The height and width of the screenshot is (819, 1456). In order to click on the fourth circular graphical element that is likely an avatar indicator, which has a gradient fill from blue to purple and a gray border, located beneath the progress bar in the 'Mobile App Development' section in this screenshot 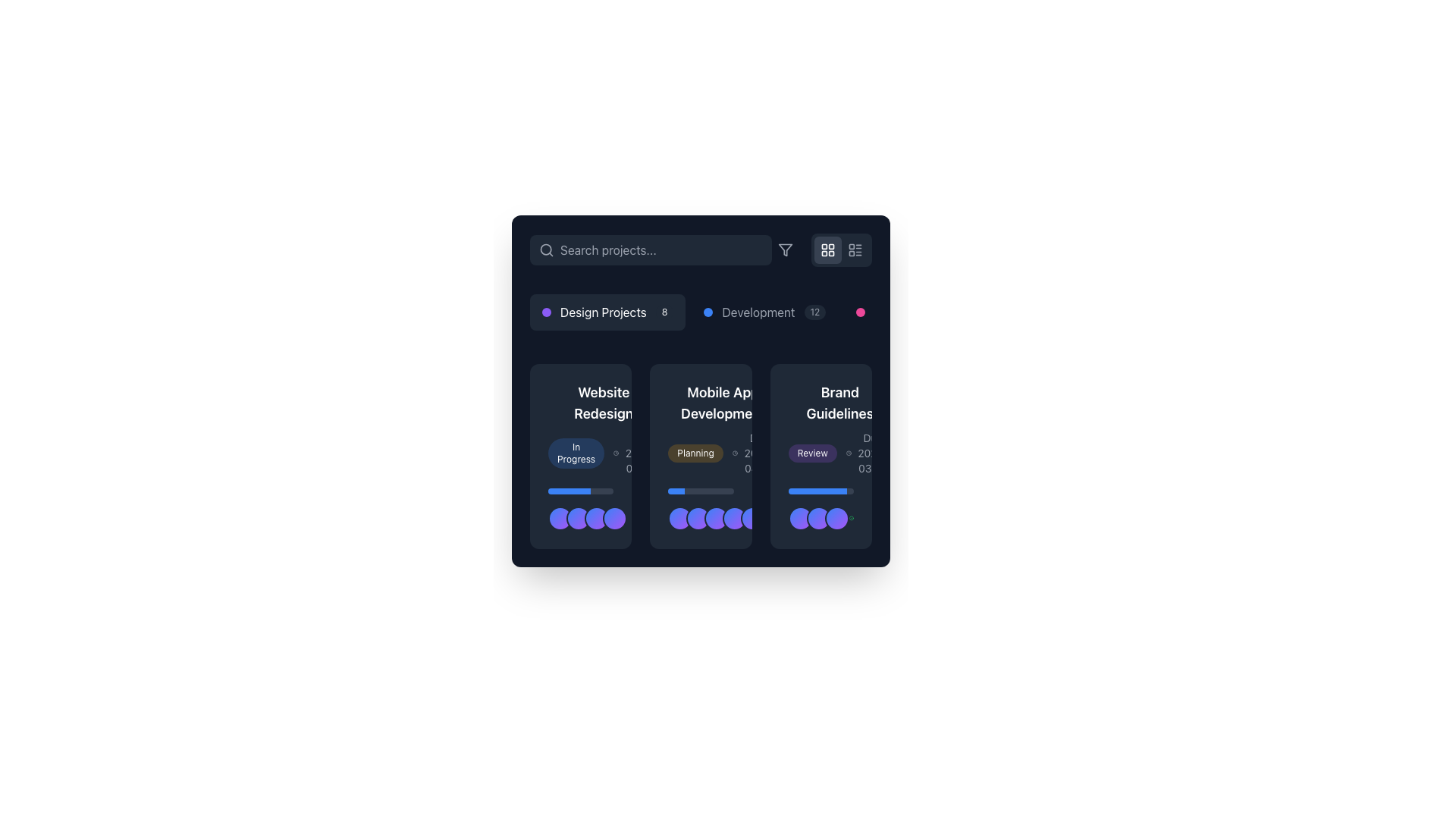, I will do `click(735, 517)`.